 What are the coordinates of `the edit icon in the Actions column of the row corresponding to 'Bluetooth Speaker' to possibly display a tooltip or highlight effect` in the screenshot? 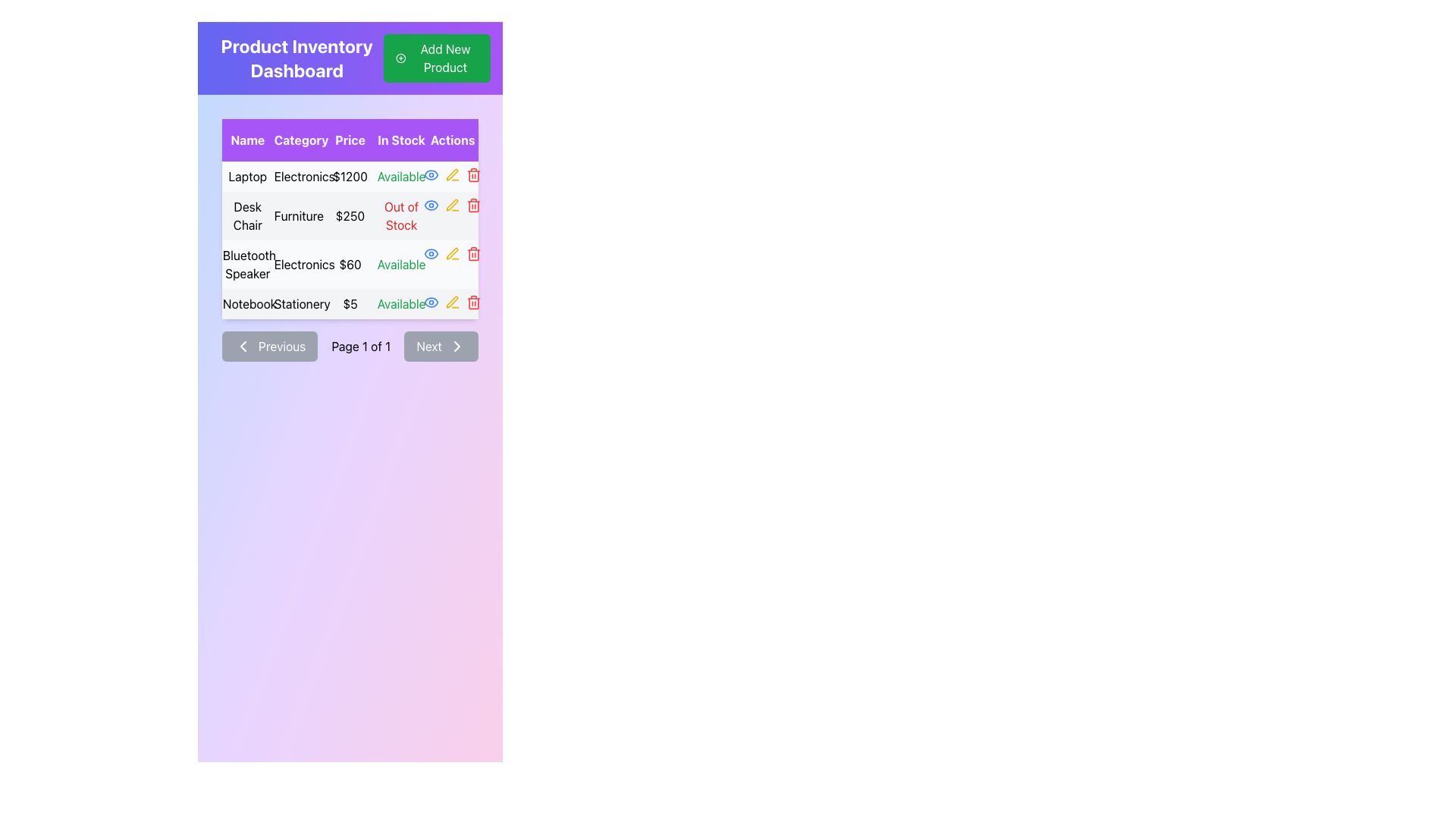 It's located at (451, 205).